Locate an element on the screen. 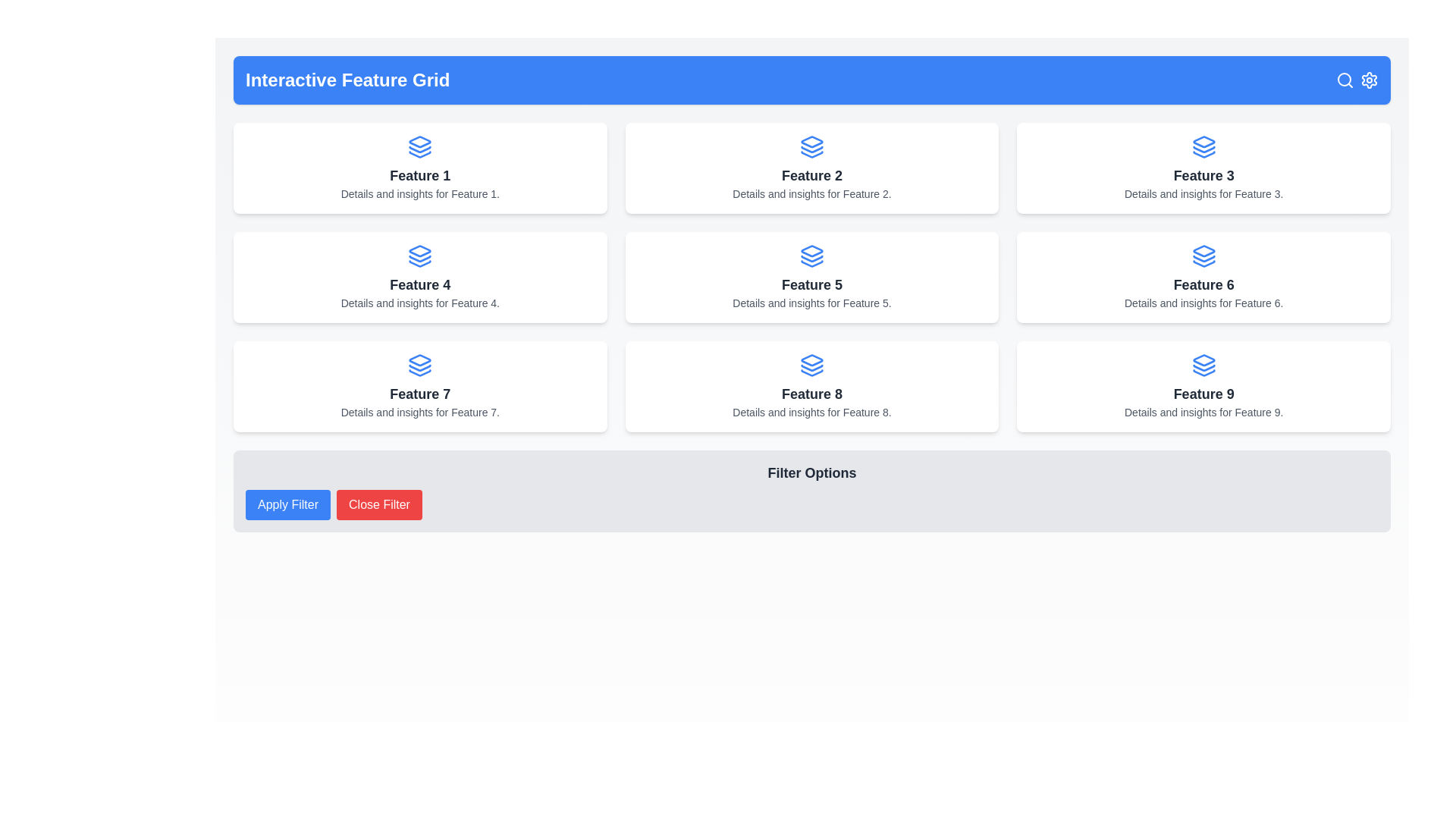 The image size is (1456, 819). the 'Feature 8' card located in the third row, second column of the grid for keyboard navigation is located at coordinates (811, 385).